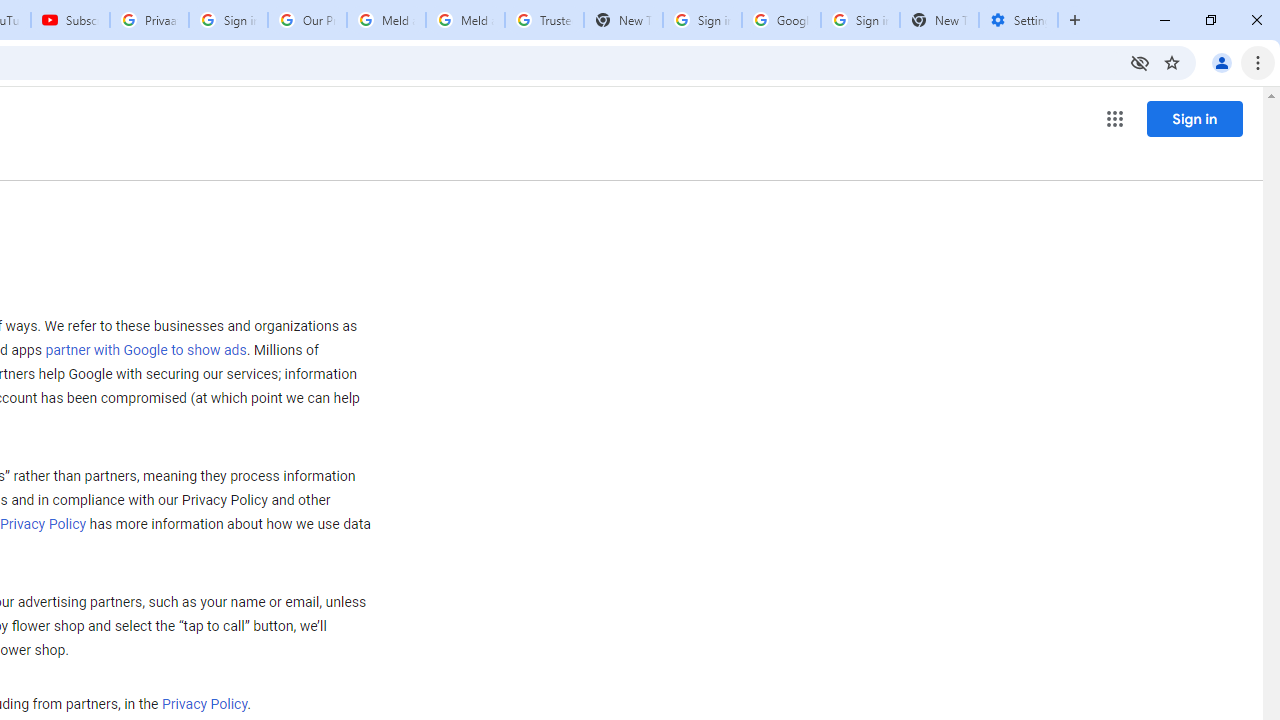  I want to click on 'Subscriptions - YouTube', so click(70, 20).